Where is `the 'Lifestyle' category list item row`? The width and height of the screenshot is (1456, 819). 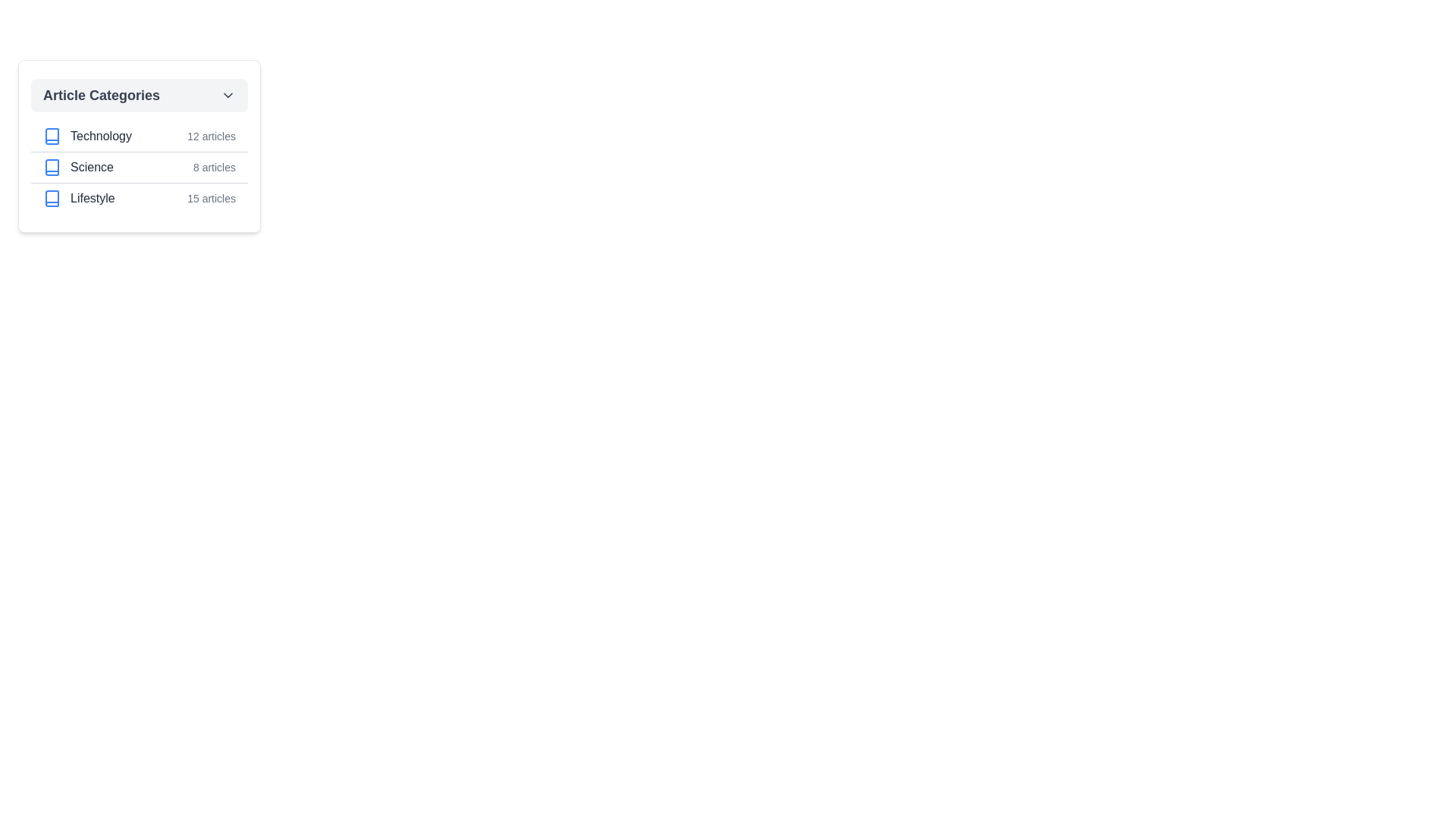
the 'Lifestyle' category list item row is located at coordinates (139, 197).